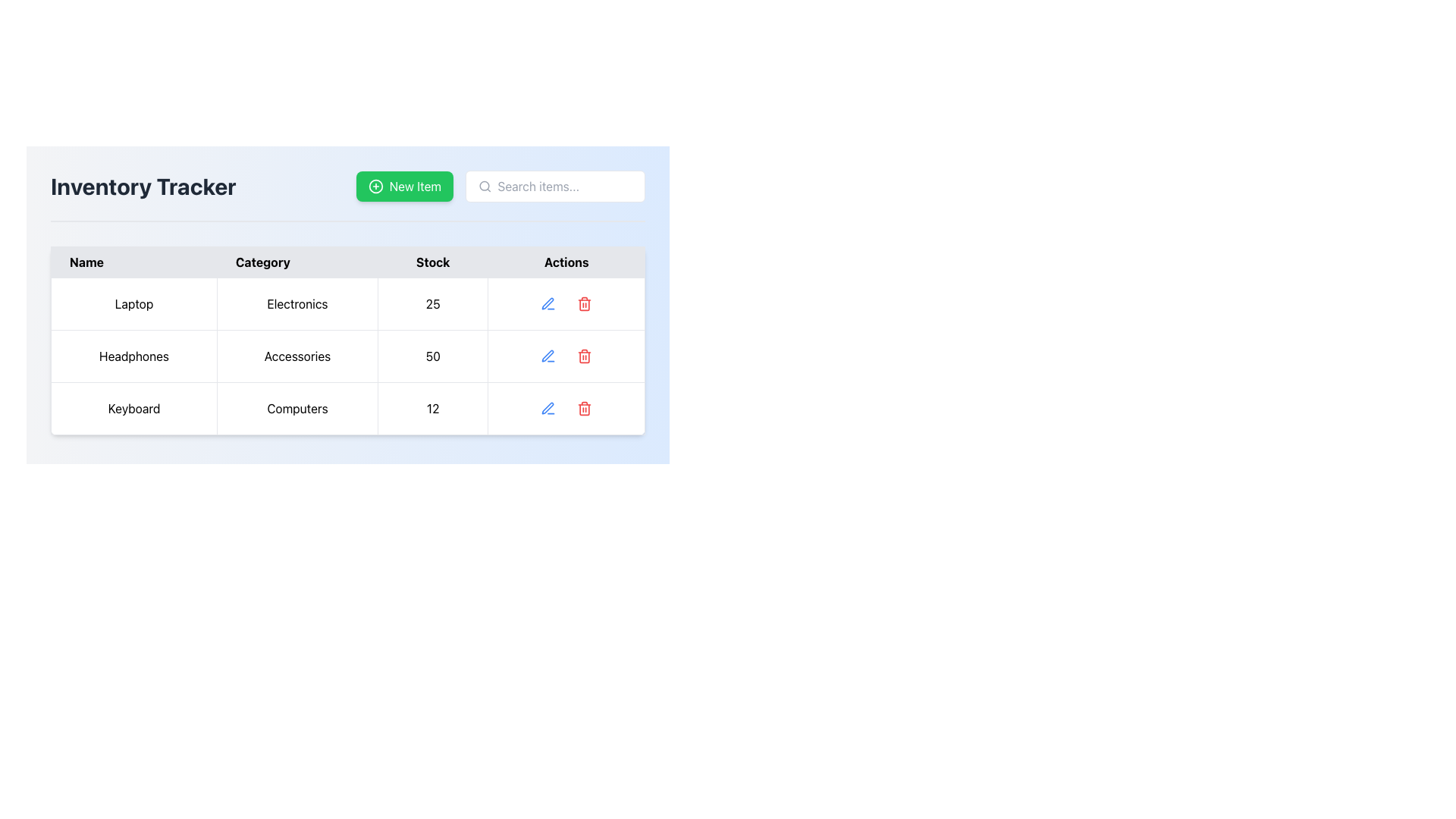 This screenshot has width=1456, height=819. What do you see at coordinates (297, 408) in the screenshot?
I see `the static text field displaying the category 'Keyboard' in the second column of the third row of the table` at bounding box center [297, 408].